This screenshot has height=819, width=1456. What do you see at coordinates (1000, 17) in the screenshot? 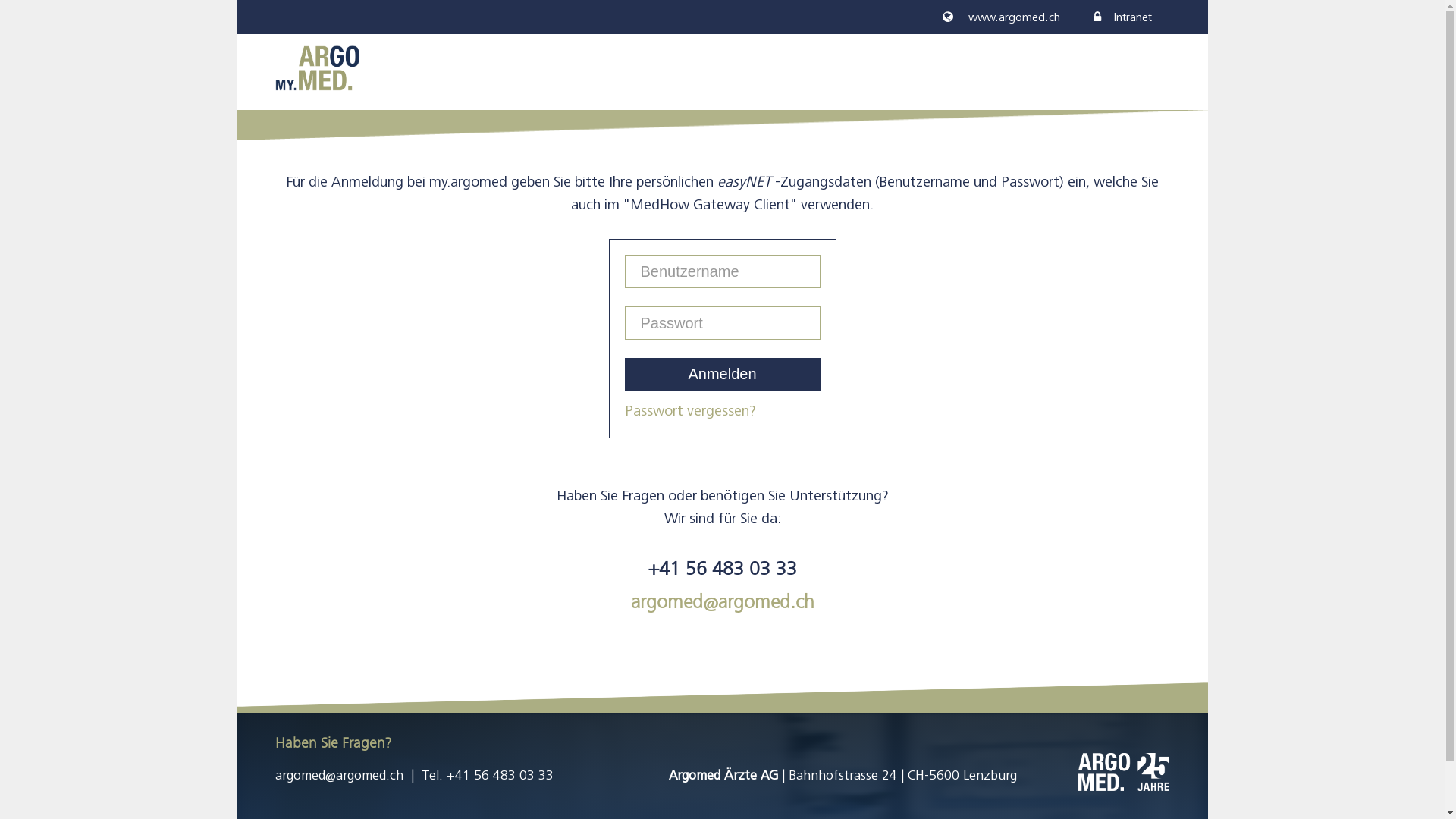
I see `' www.argomed.ch'` at bounding box center [1000, 17].